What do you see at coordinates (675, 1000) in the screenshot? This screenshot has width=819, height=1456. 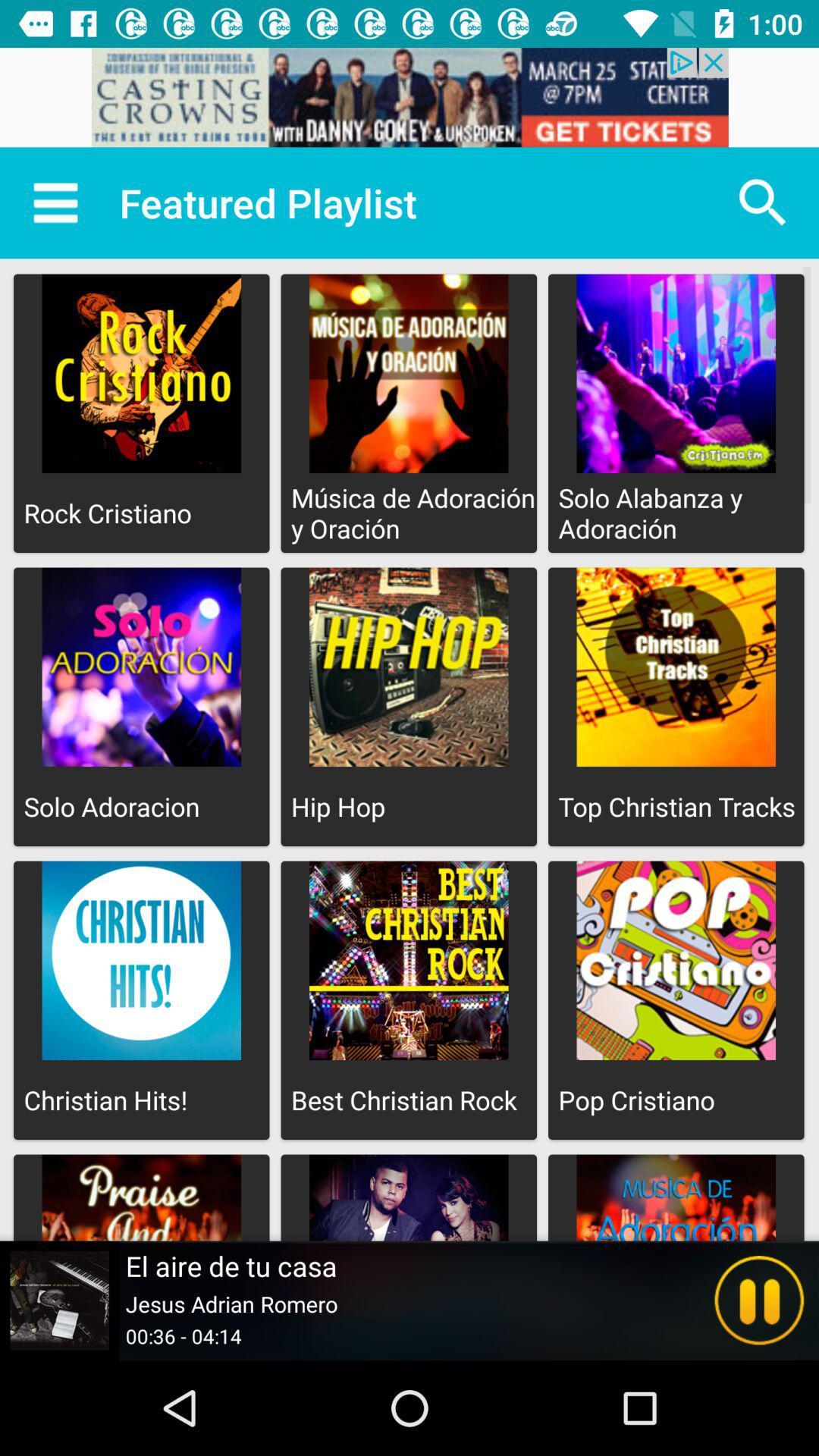 I see `the option below the top christian tracks` at bounding box center [675, 1000].